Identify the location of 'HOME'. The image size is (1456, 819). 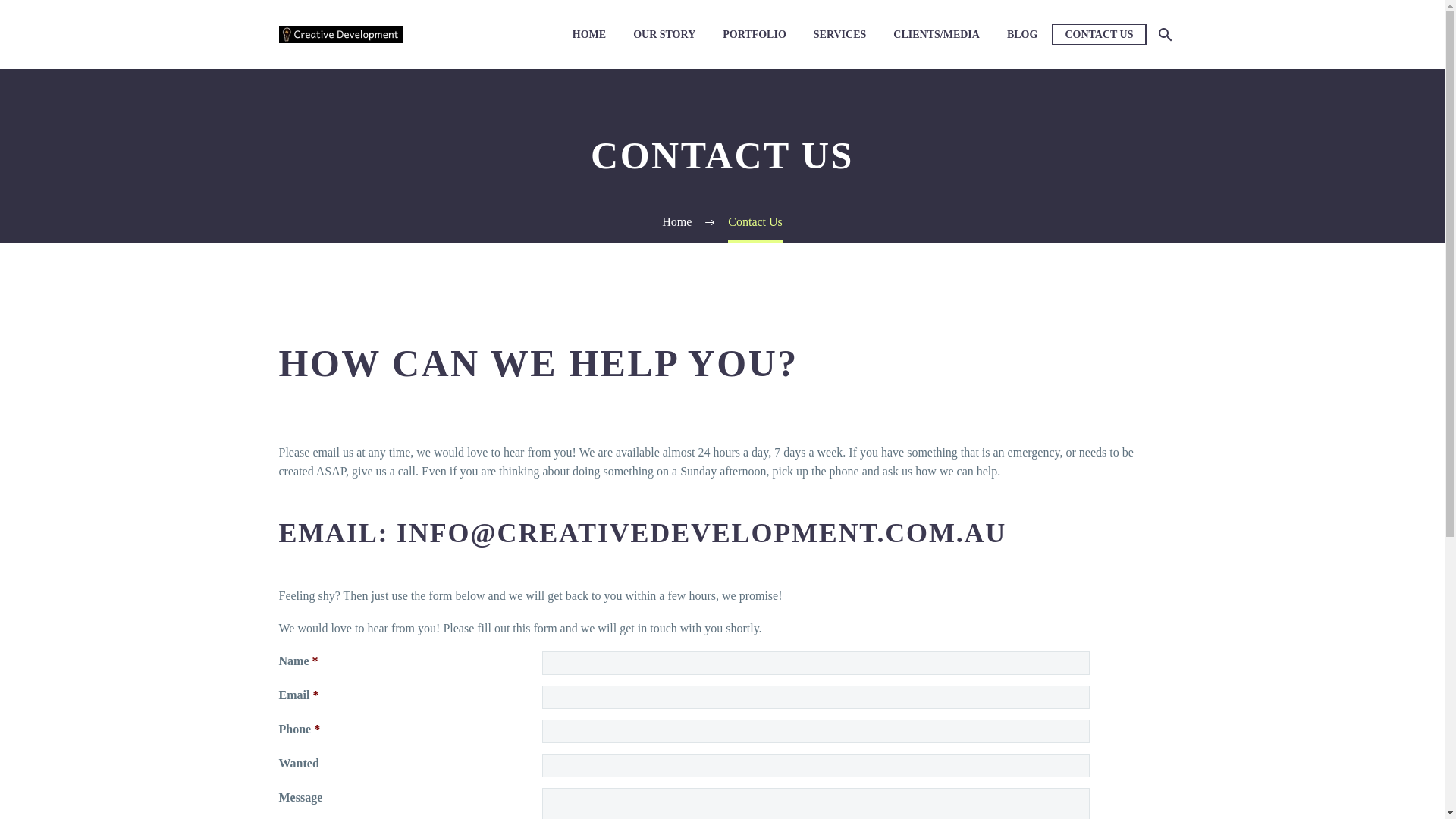
(588, 34).